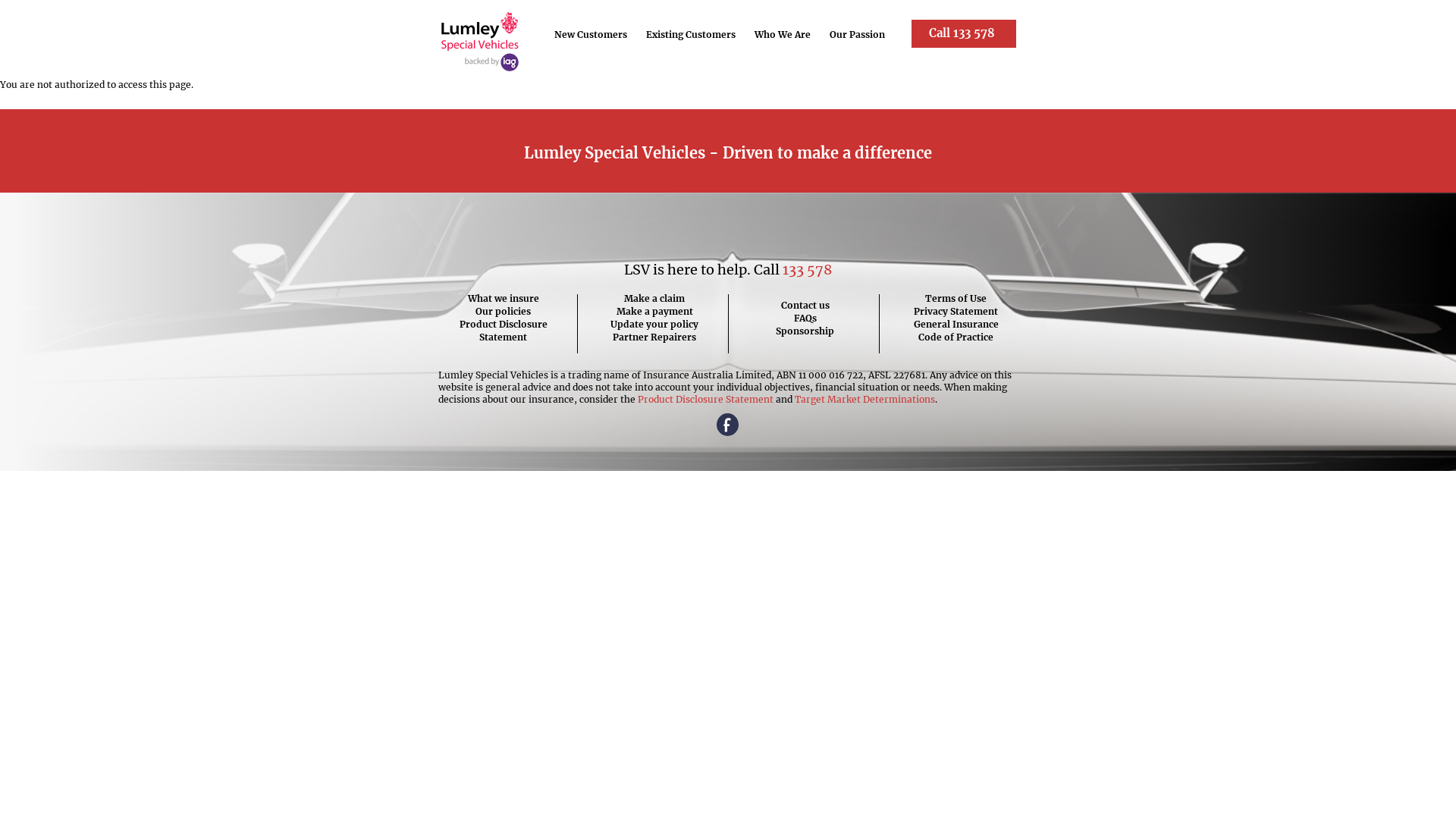  I want to click on 'Existing Customers', so click(690, 34).